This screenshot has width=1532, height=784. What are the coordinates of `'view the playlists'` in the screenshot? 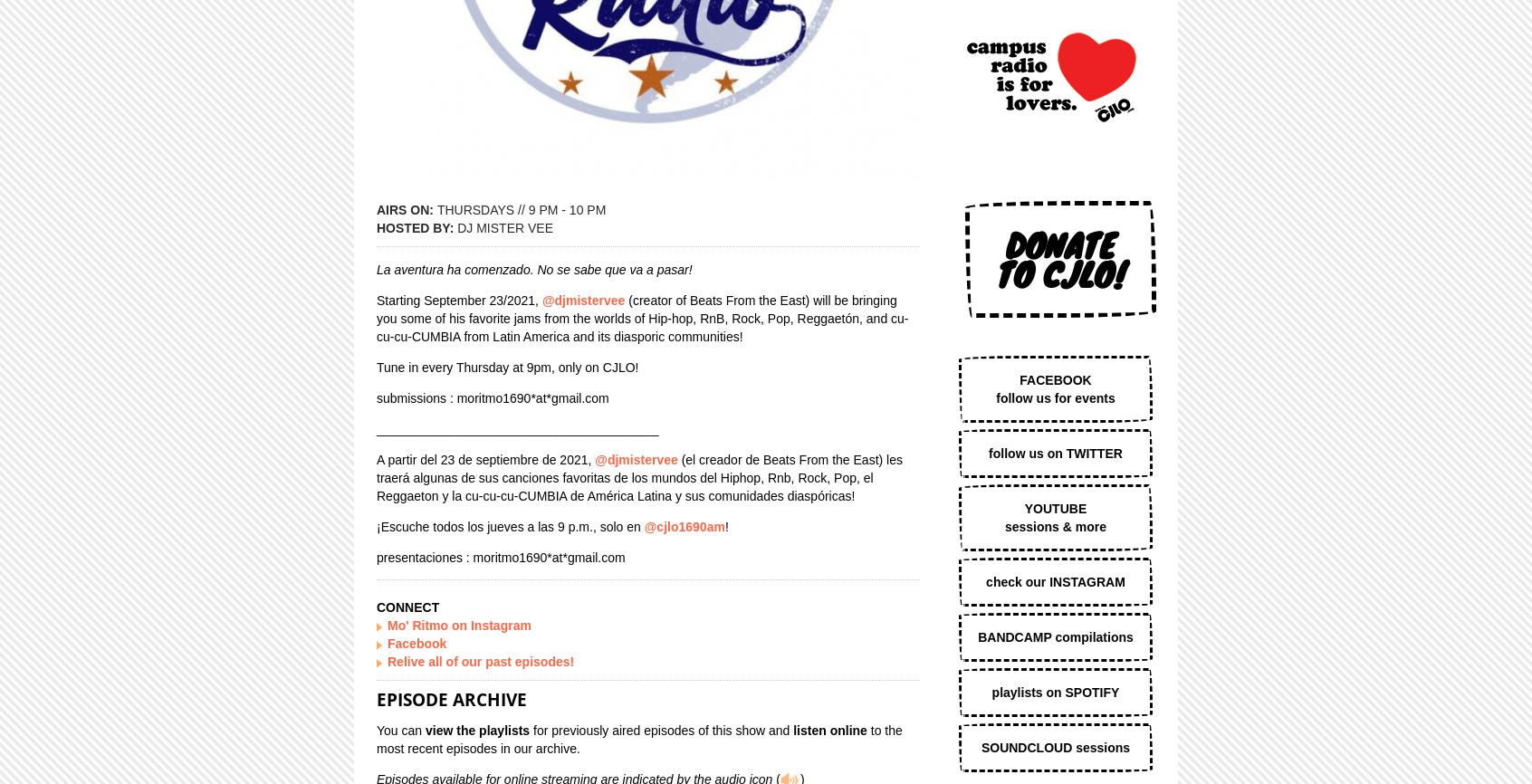 It's located at (424, 728).